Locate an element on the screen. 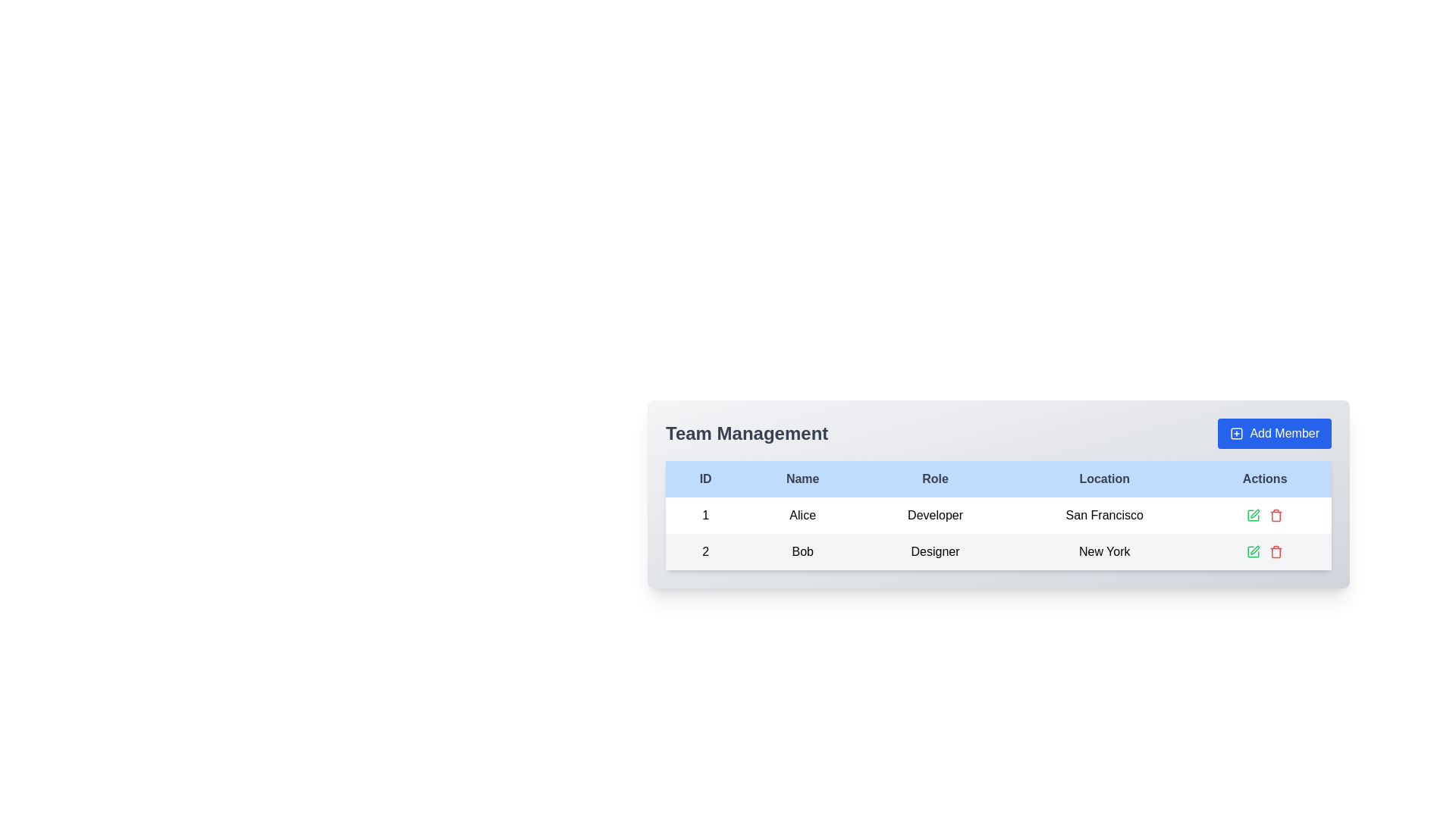 The height and width of the screenshot is (819, 1456). label of the Table Header element labeled 'Name', which is the second column header in the table, visually distinct with bold dark gray font on a light blue background is located at coordinates (802, 479).